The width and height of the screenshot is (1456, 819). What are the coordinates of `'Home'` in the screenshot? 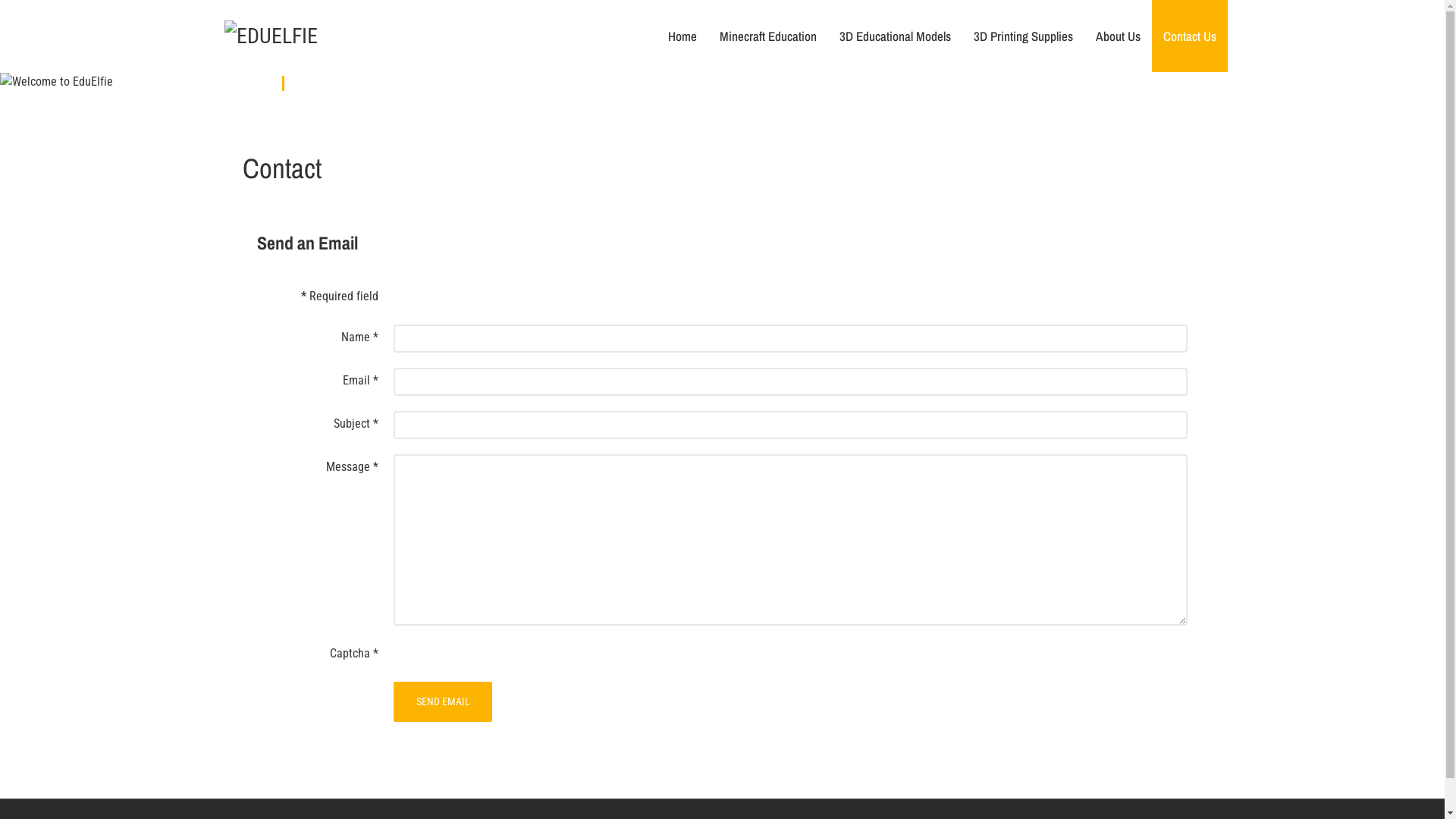 It's located at (682, 35).